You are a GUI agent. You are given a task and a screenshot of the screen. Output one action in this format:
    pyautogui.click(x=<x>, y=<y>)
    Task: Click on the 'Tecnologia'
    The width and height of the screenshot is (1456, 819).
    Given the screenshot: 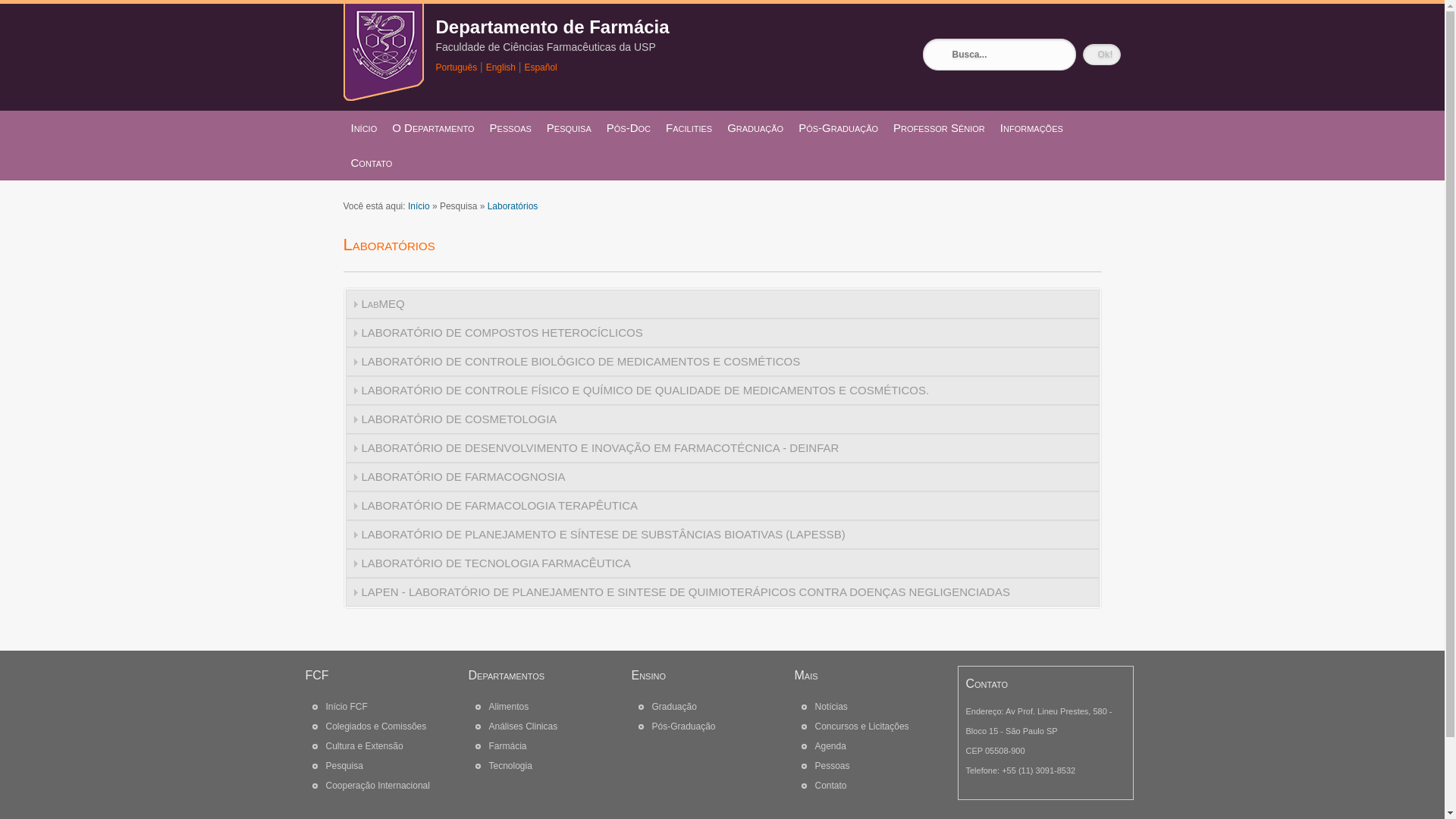 What is the action you would take?
    pyautogui.click(x=510, y=766)
    